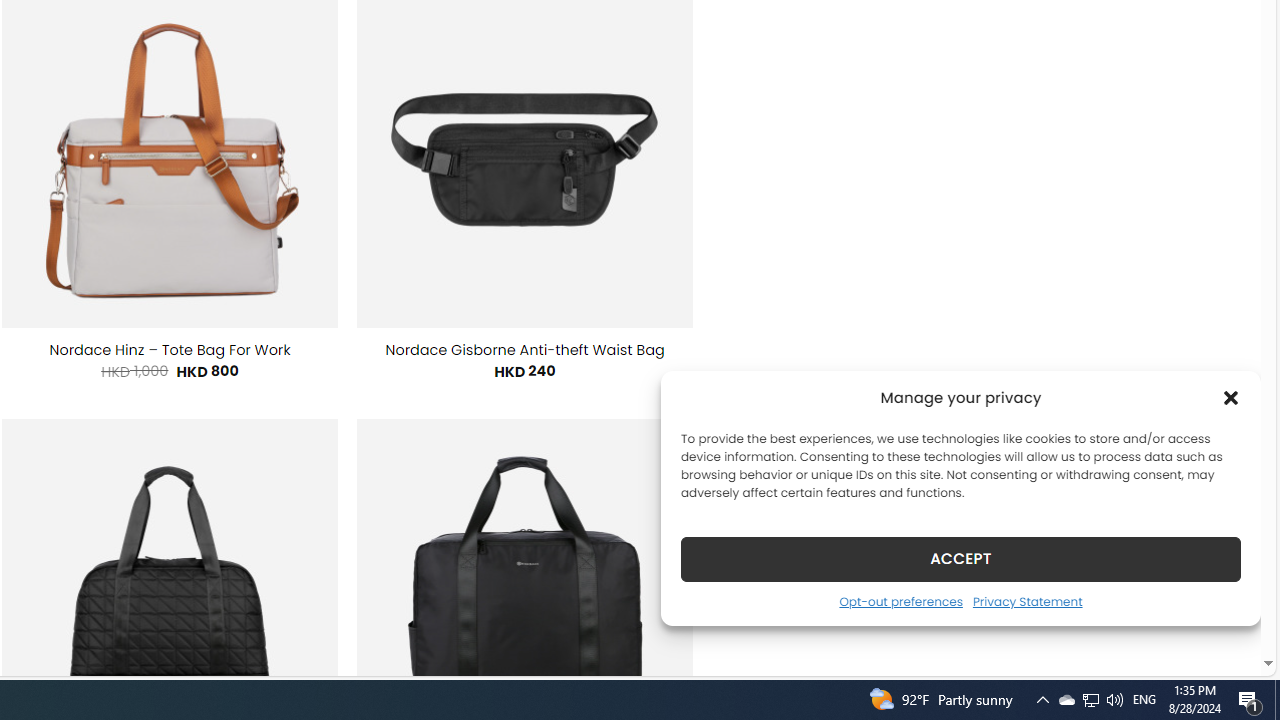 The height and width of the screenshot is (720, 1280). I want to click on 'ACCEPT', so click(961, 558).